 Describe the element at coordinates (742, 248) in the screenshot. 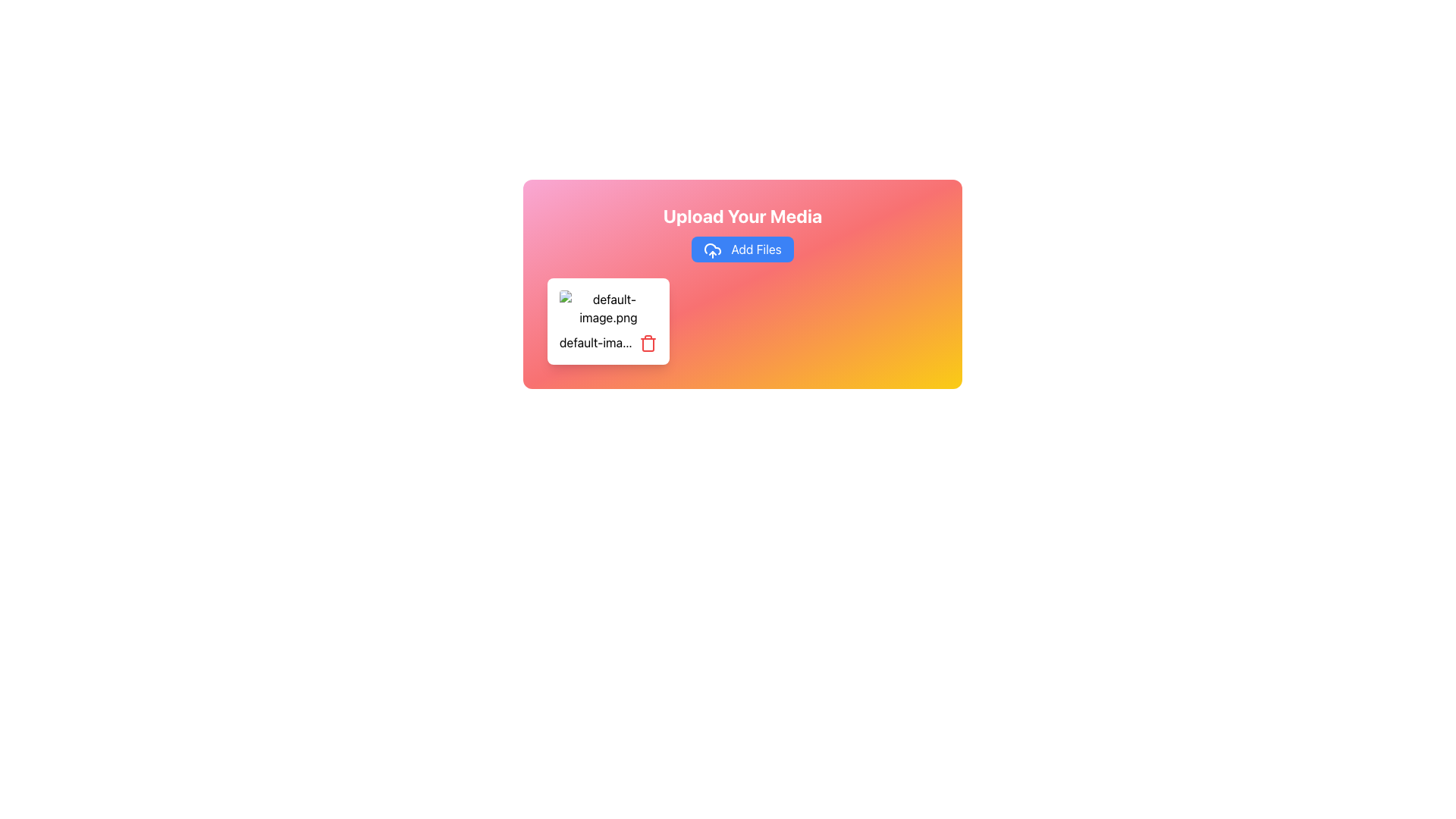

I see `the 'Add Files' button, which has a vibrant blue background and a white text label` at that location.